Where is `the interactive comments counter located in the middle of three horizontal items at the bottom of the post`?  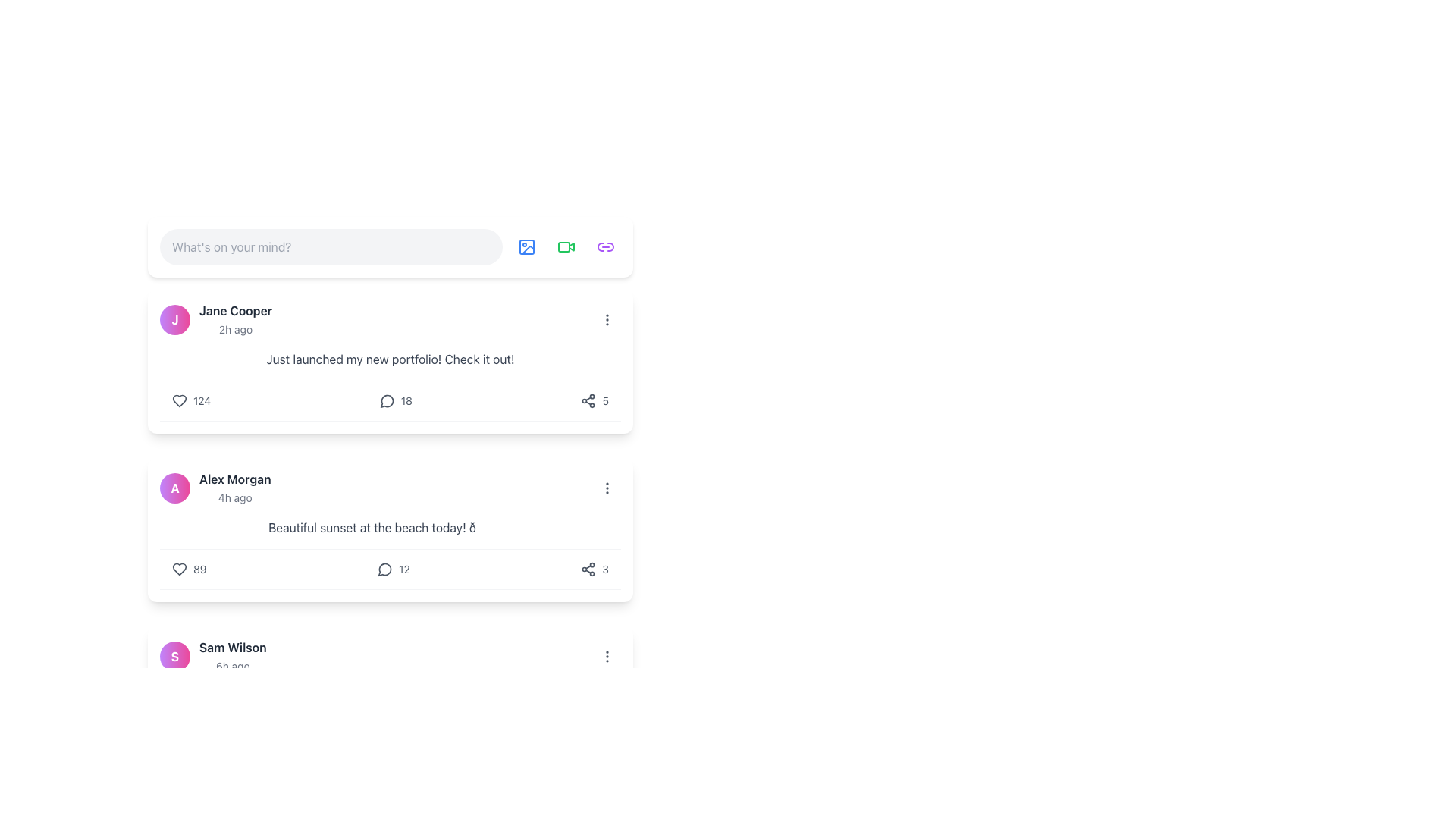 the interactive comments counter located in the middle of three horizontal items at the bottom of the post is located at coordinates (390, 570).